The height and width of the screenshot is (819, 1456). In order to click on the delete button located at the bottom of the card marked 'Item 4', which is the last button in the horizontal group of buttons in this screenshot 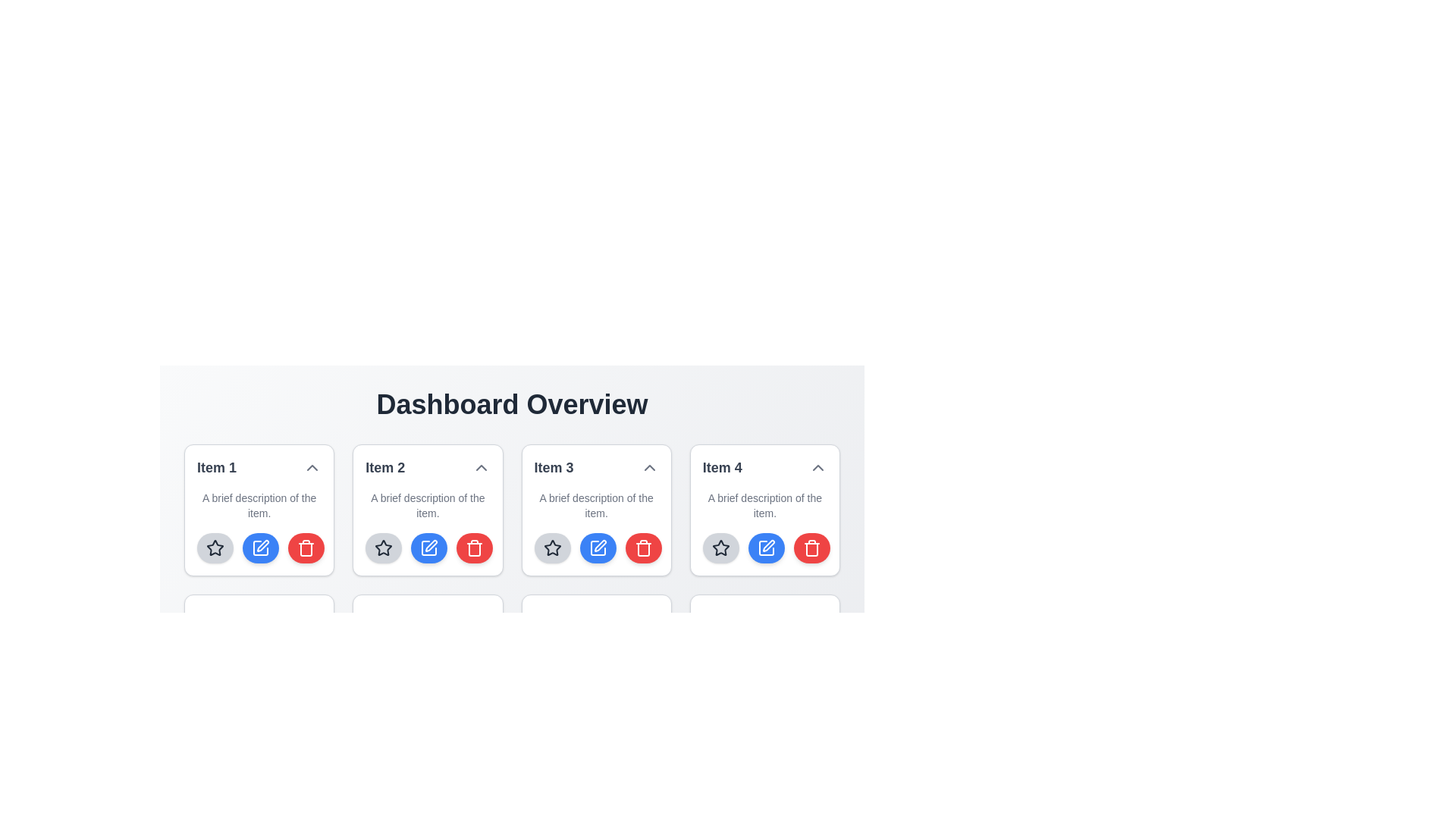, I will do `click(305, 698)`.